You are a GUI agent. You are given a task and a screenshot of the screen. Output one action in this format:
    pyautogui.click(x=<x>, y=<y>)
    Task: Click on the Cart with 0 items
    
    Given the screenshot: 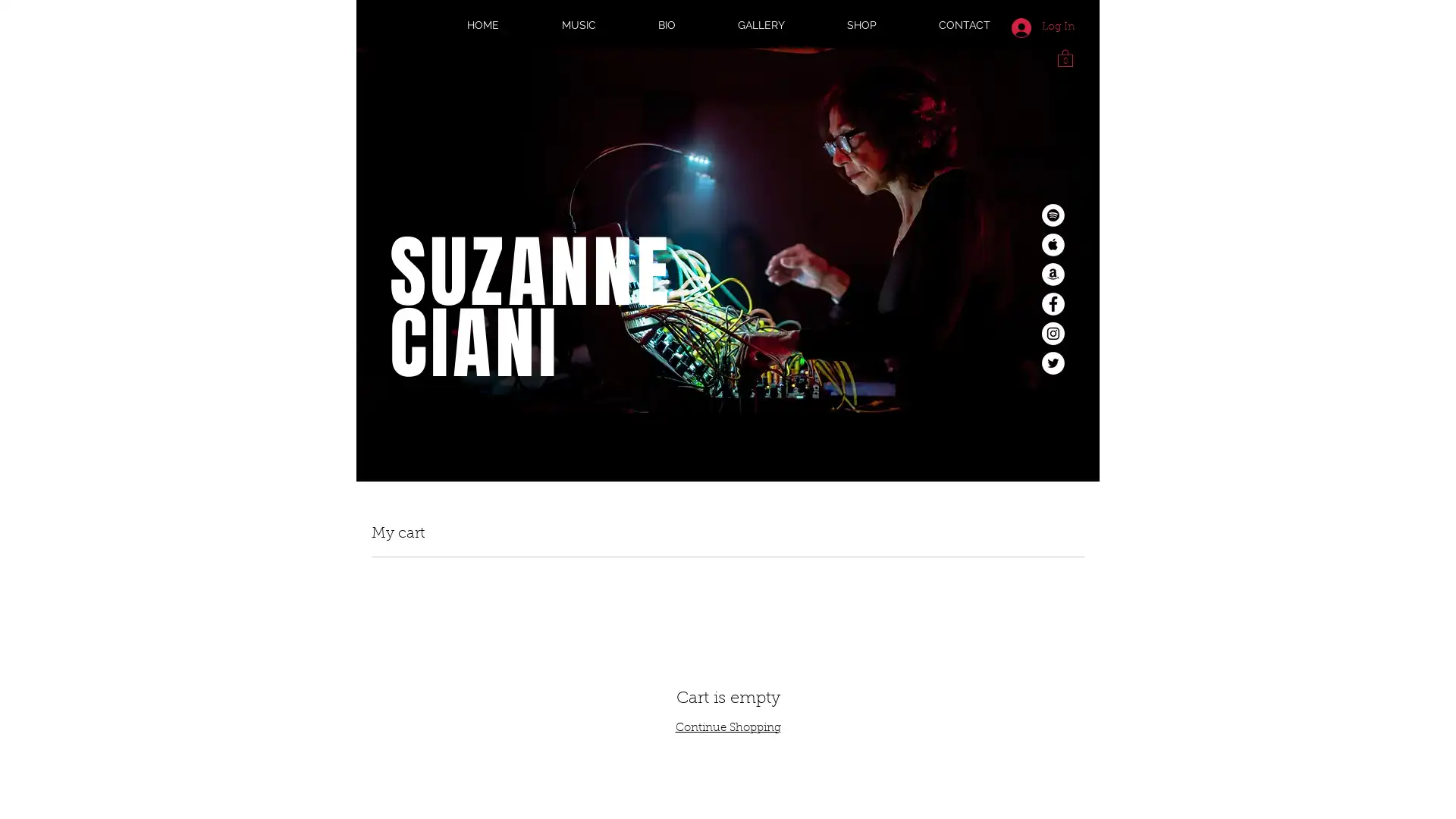 What is the action you would take?
    pyautogui.click(x=1065, y=56)
    